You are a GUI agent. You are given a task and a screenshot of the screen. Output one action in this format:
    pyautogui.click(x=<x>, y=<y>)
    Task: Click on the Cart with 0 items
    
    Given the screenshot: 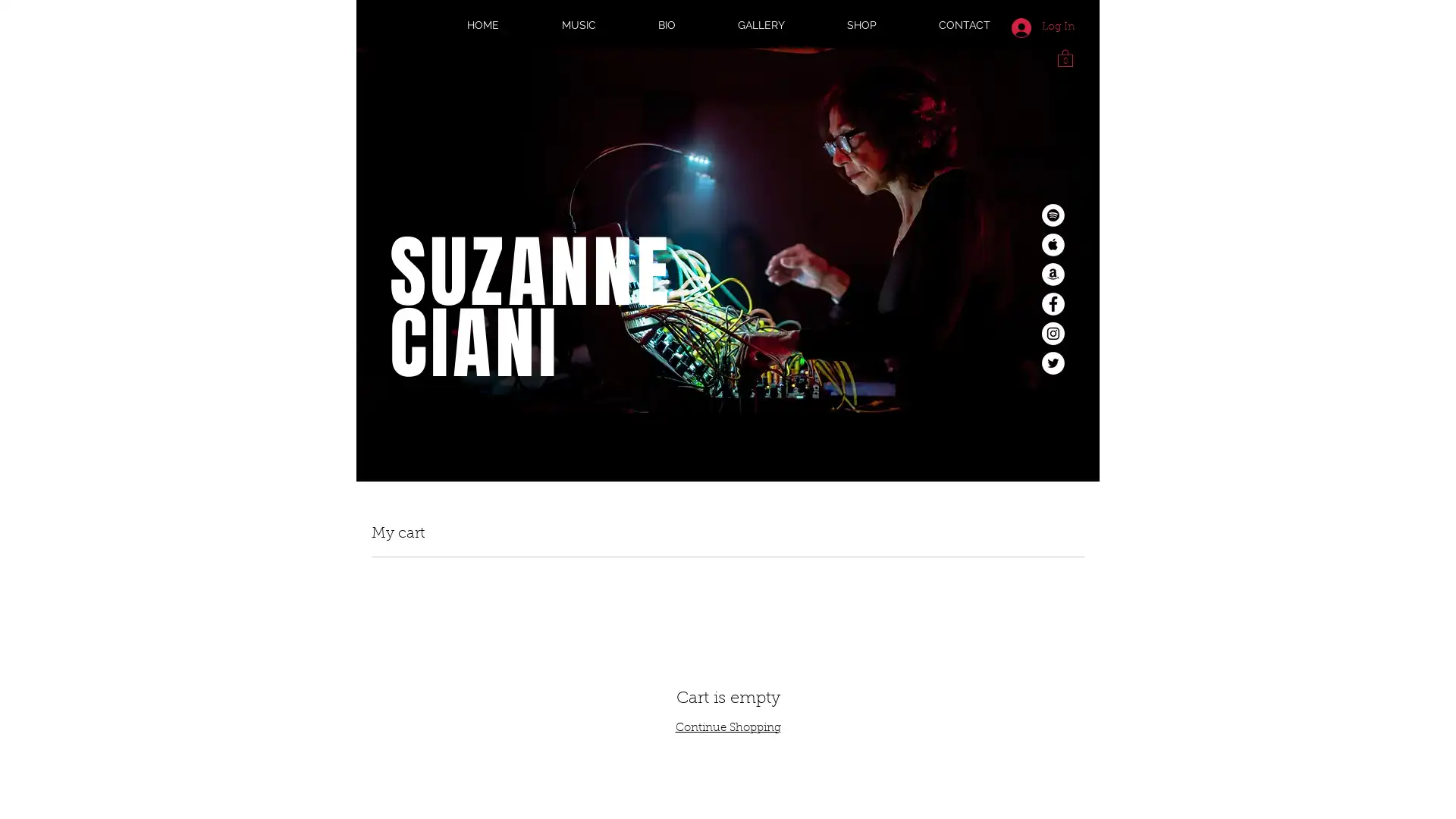 What is the action you would take?
    pyautogui.click(x=1065, y=56)
    